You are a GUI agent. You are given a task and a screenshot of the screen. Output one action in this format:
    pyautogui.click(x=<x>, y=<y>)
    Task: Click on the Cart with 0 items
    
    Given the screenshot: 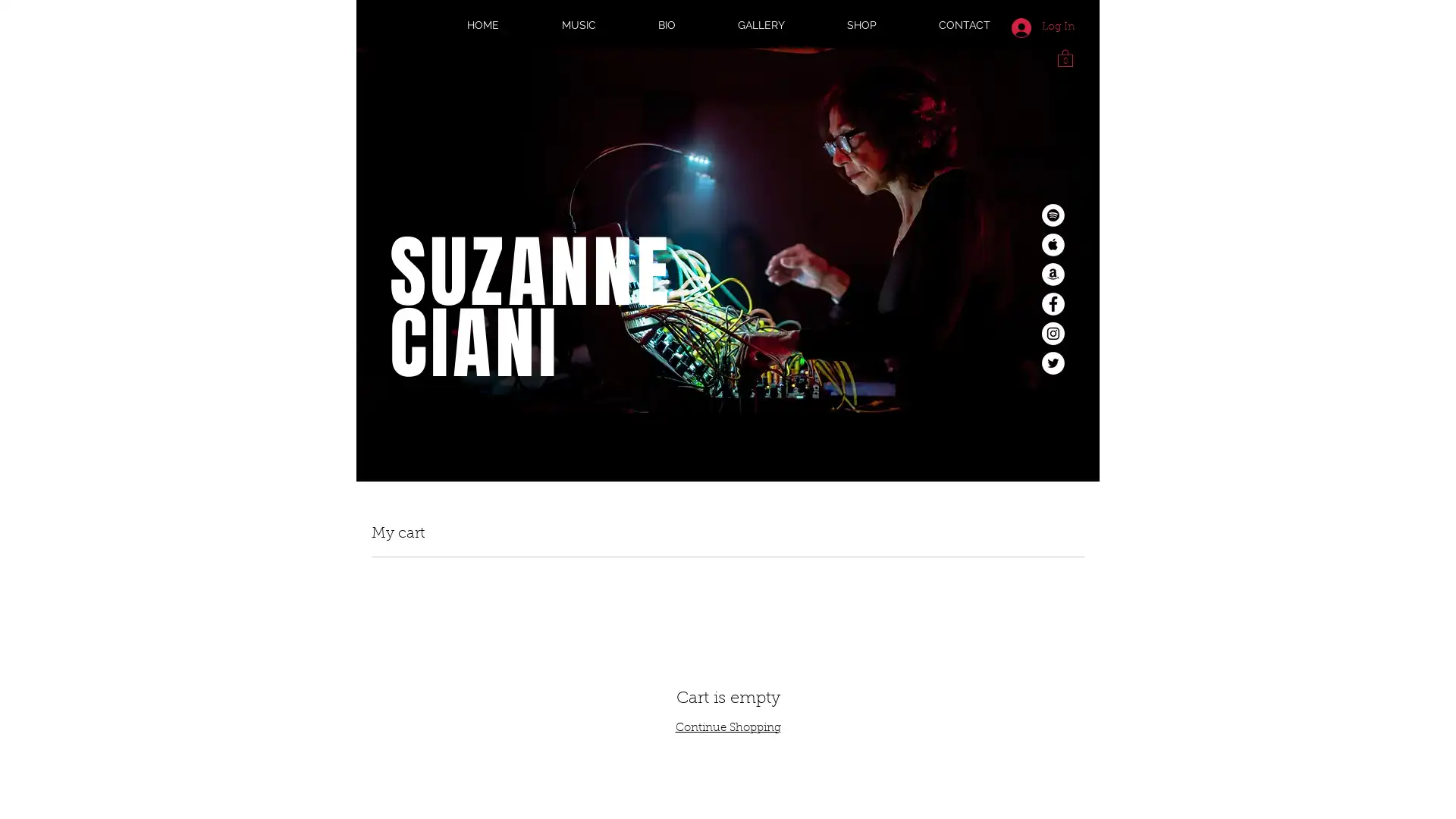 What is the action you would take?
    pyautogui.click(x=1065, y=56)
    